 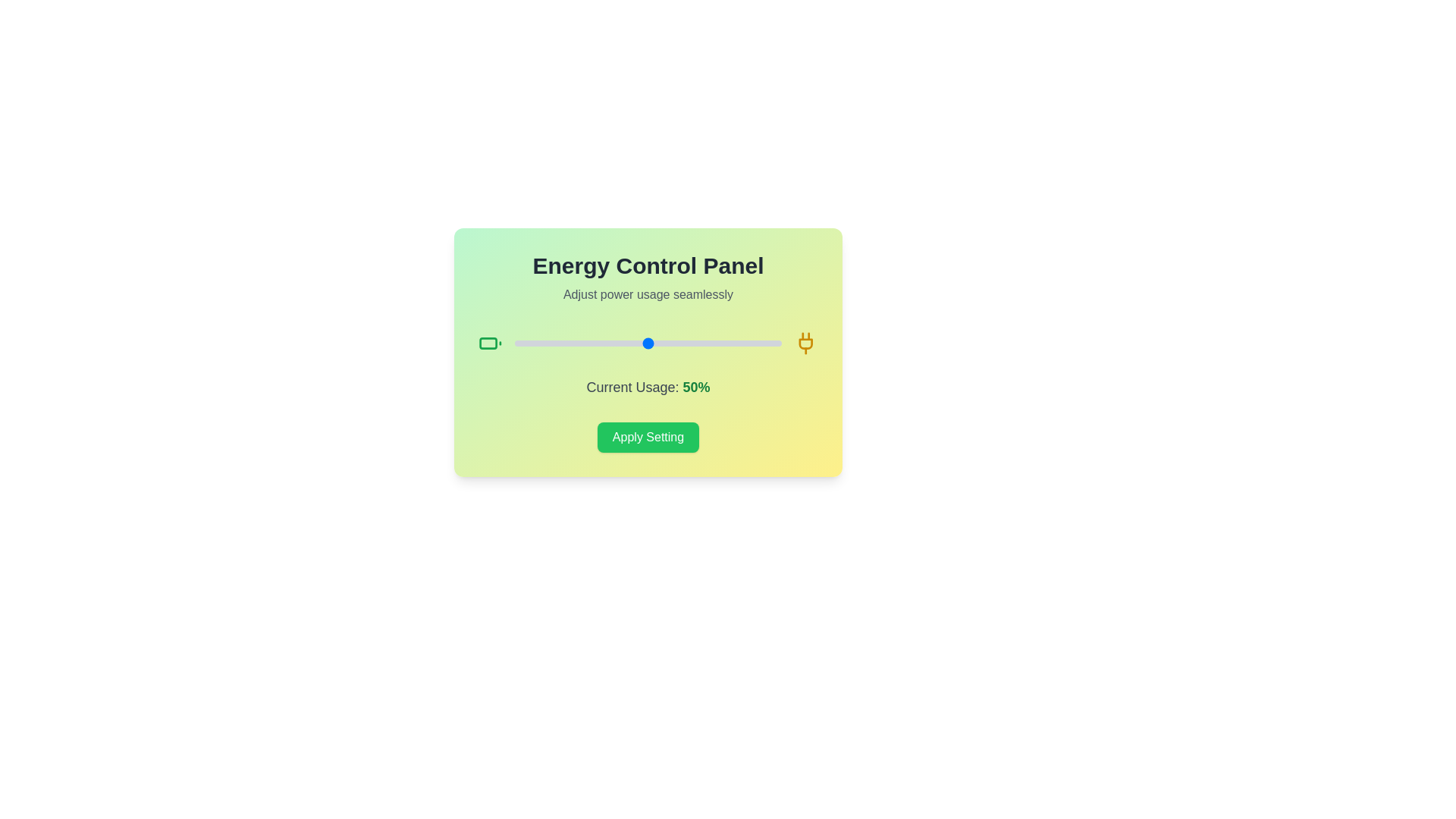 I want to click on the slider, so click(x=714, y=343).